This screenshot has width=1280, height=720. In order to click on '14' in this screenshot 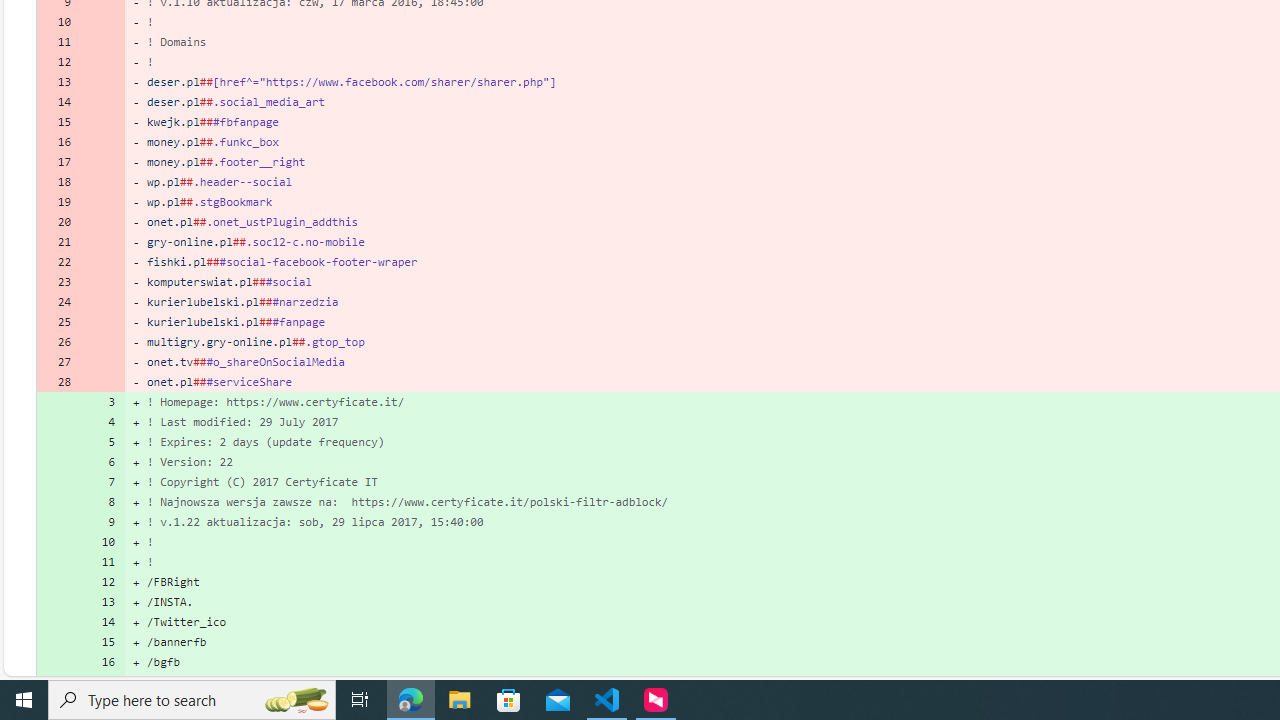, I will do `click(102, 621)`.